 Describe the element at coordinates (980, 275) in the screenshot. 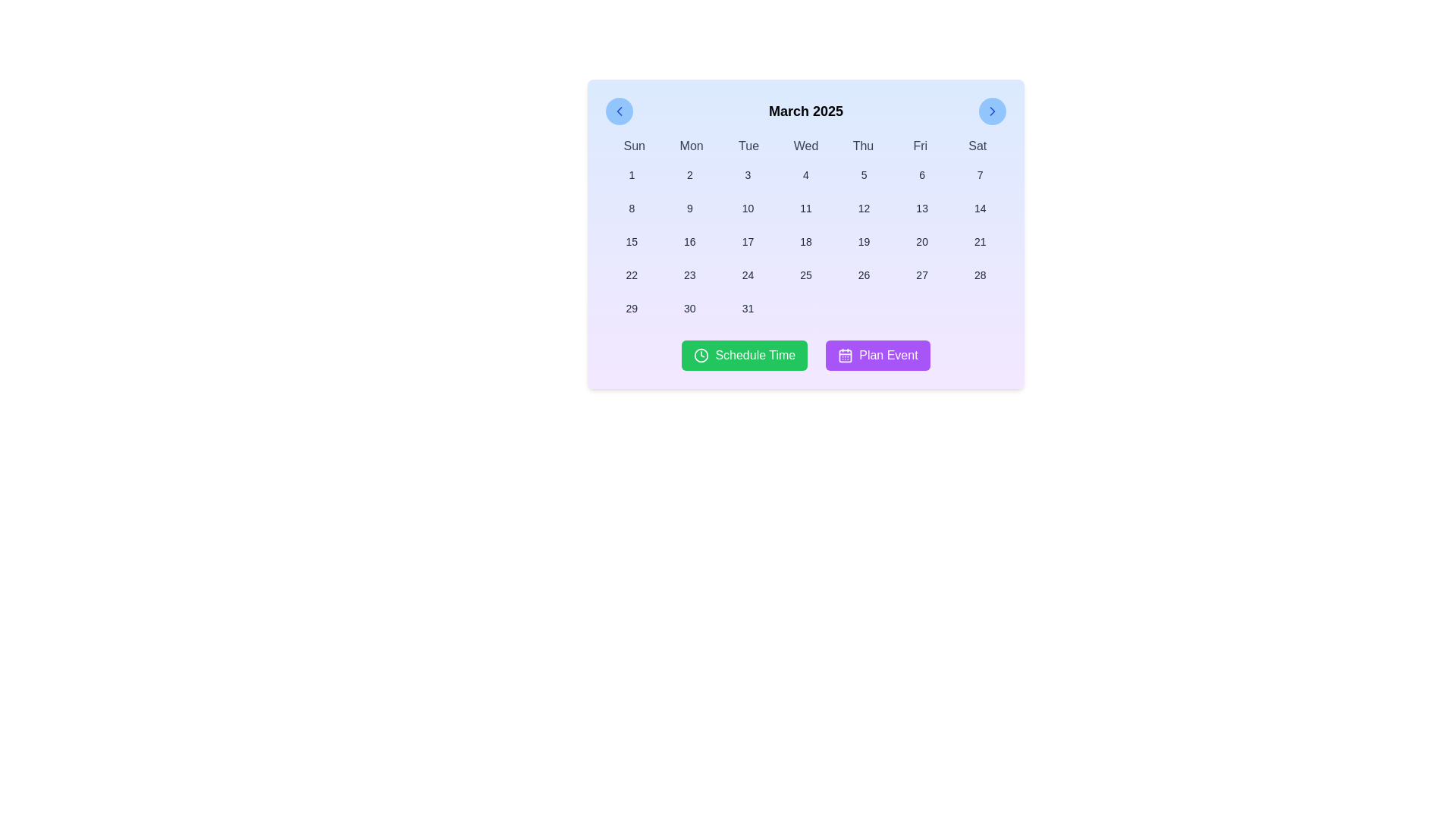

I see `the button representing the 28th day of the month in the calendar interface` at that location.